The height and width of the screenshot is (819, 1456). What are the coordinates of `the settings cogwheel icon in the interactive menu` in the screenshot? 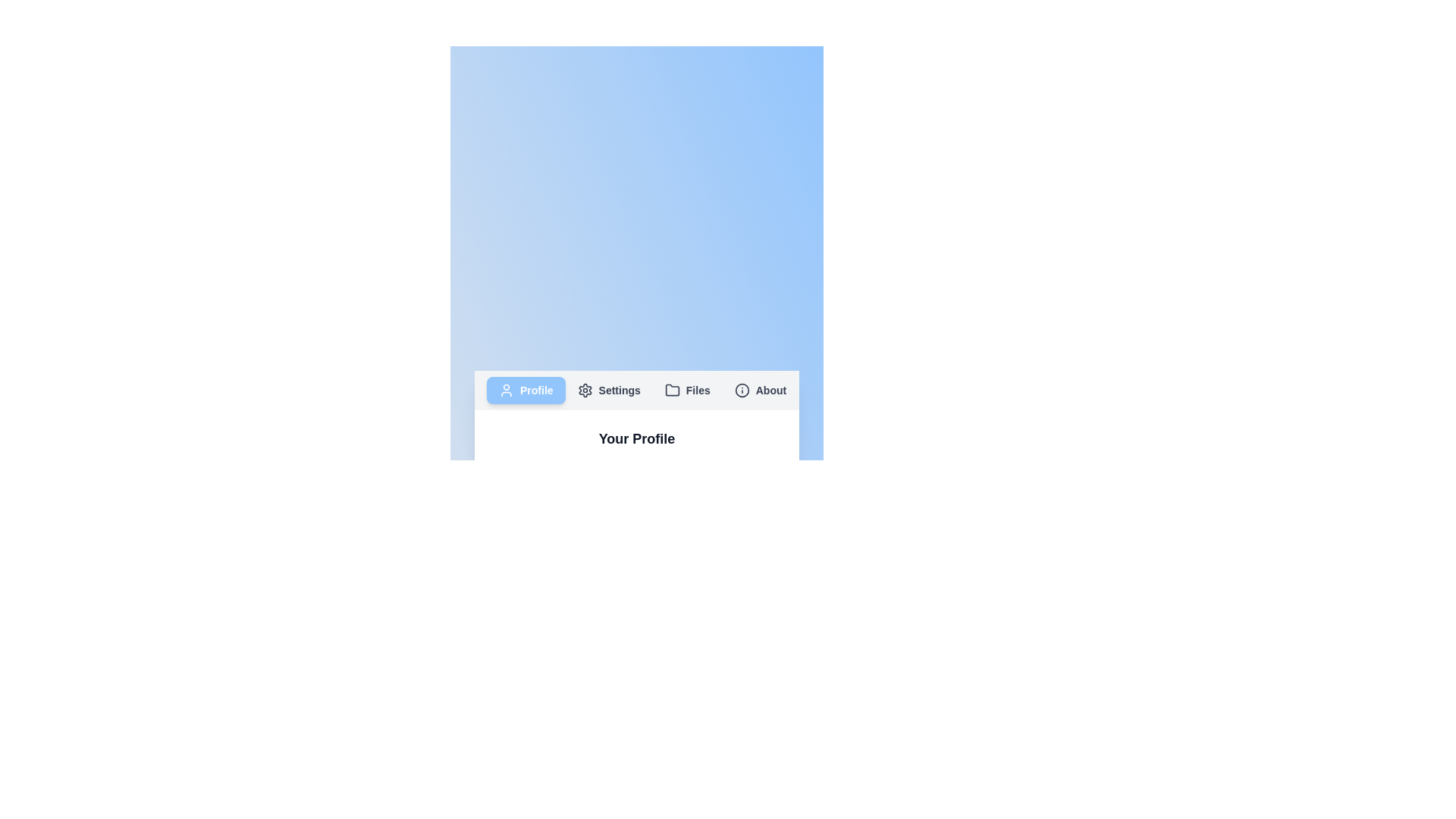 It's located at (584, 390).